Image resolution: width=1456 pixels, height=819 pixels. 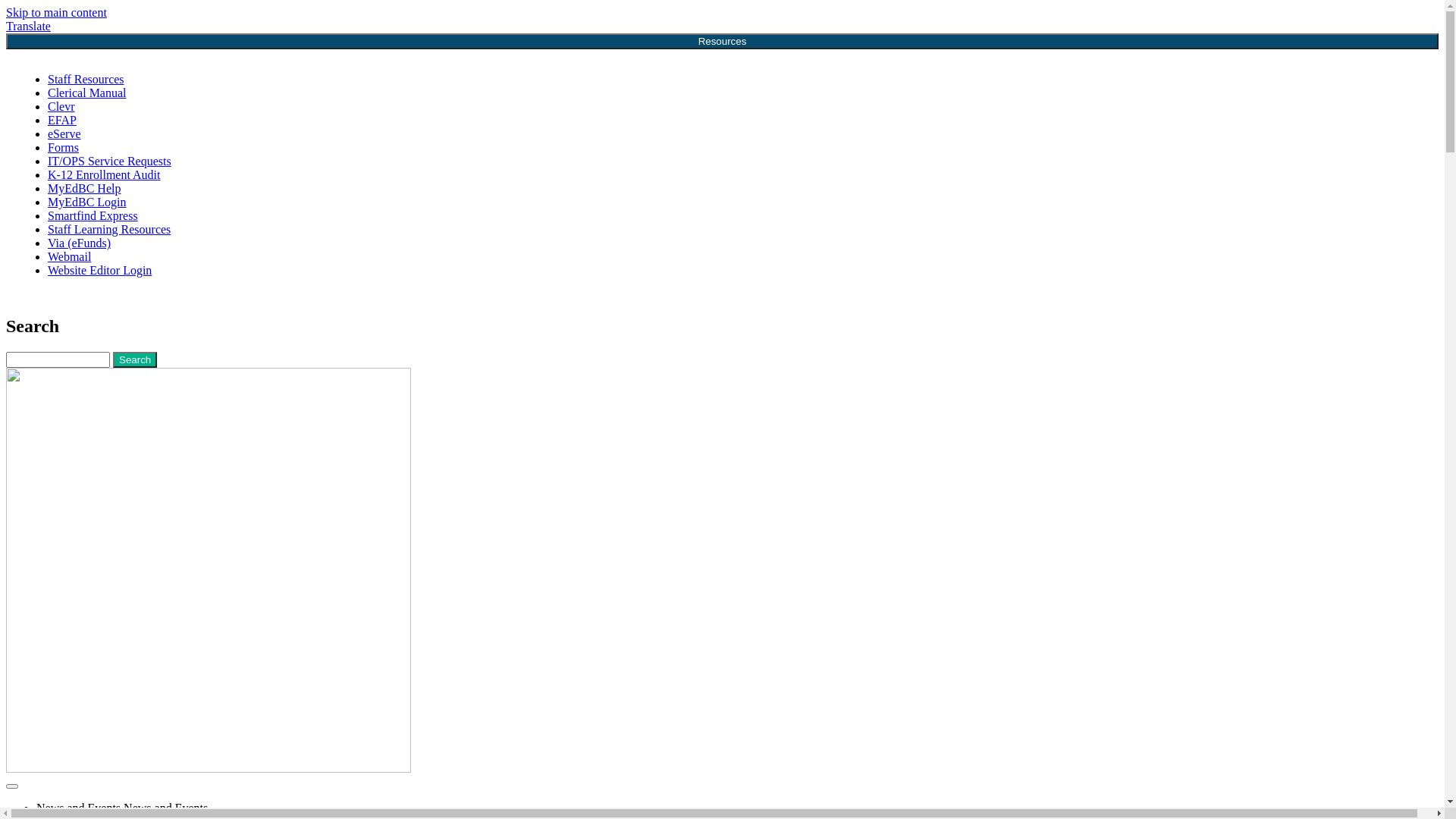 What do you see at coordinates (92, 215) in the screenshot?
I see `'Smartfind Express'` at bounding box center [92, 215].